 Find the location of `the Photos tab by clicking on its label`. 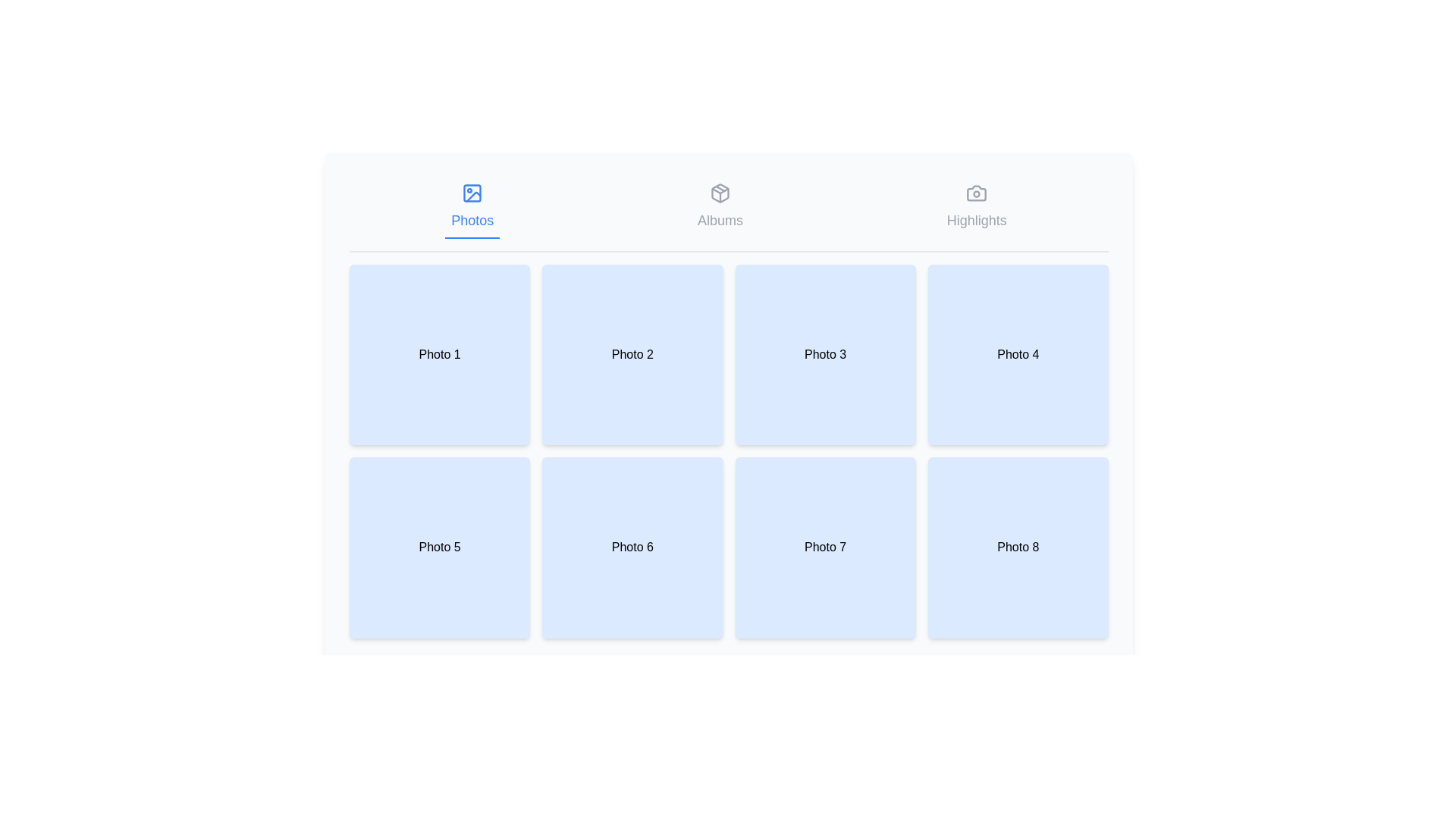

the Photos tab by clicking on its label is located at coordinates (472, 207).